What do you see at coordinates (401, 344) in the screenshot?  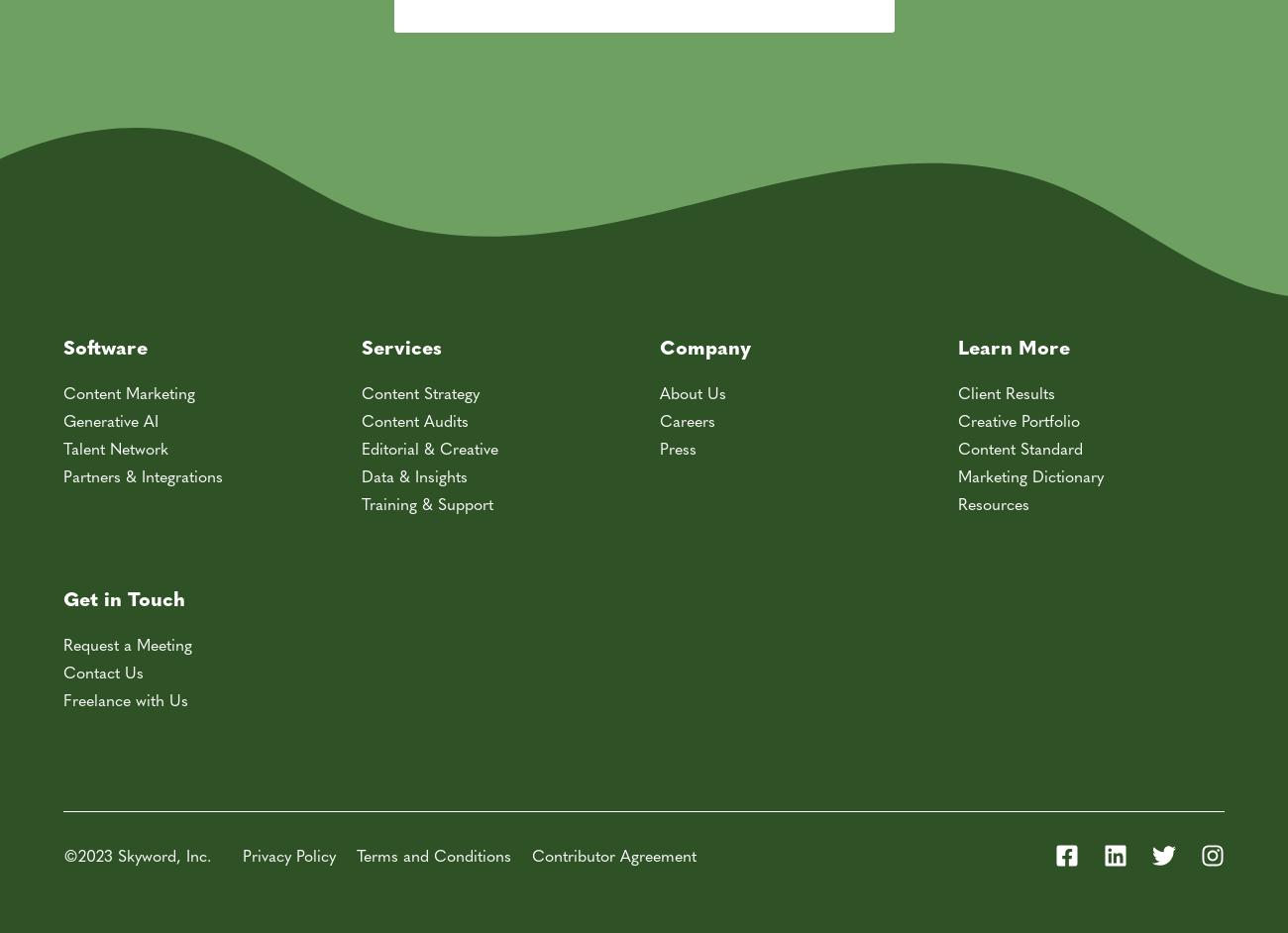 I see `'Services'` at bounding box center [401, 344].